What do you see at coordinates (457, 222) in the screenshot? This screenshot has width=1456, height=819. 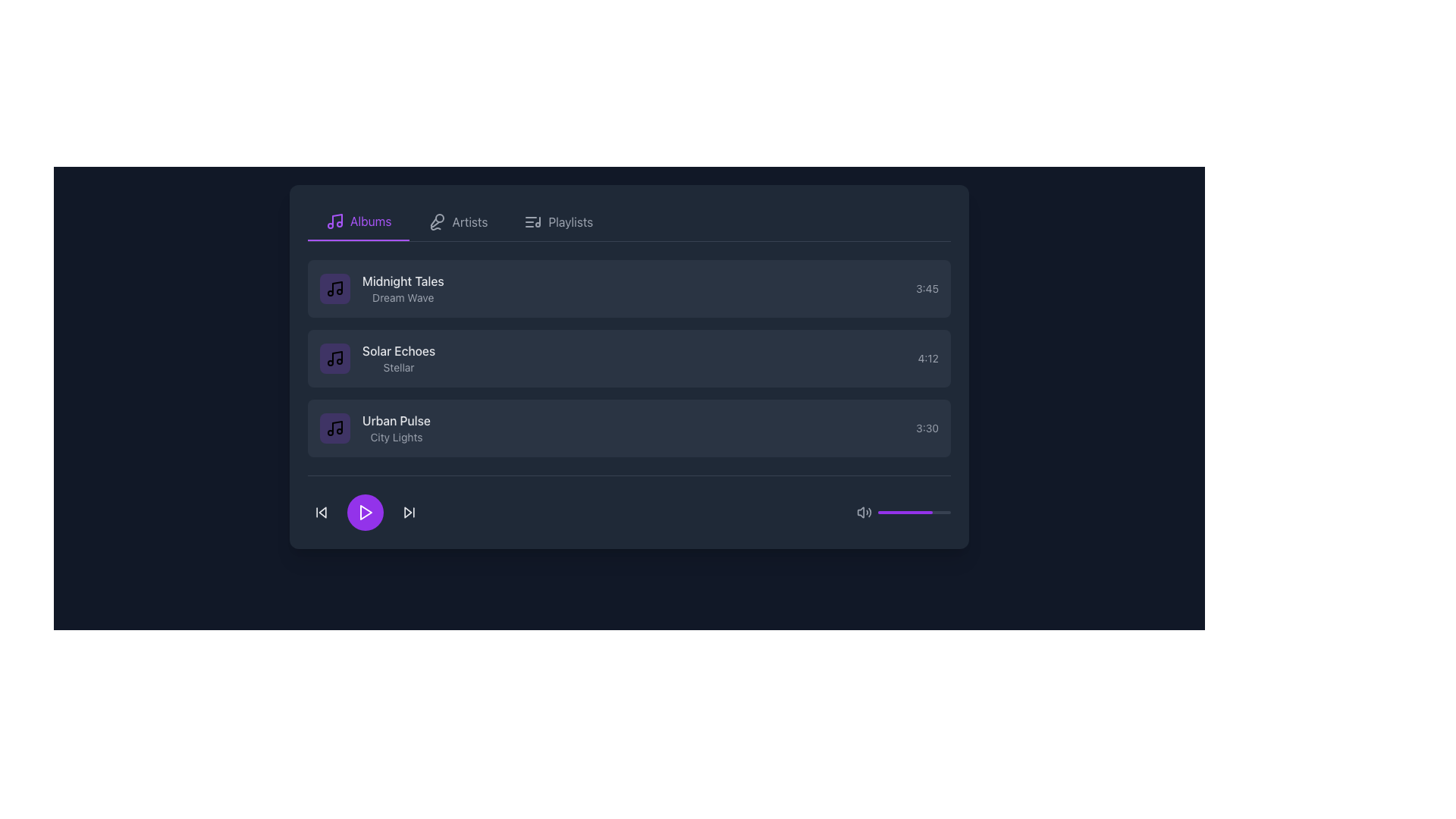 I see `the 'Artists' button, which is a light gray button with a microphone icon and the label 'Artists' in a horizontal navigation bar` at bounding box center [457, 222].